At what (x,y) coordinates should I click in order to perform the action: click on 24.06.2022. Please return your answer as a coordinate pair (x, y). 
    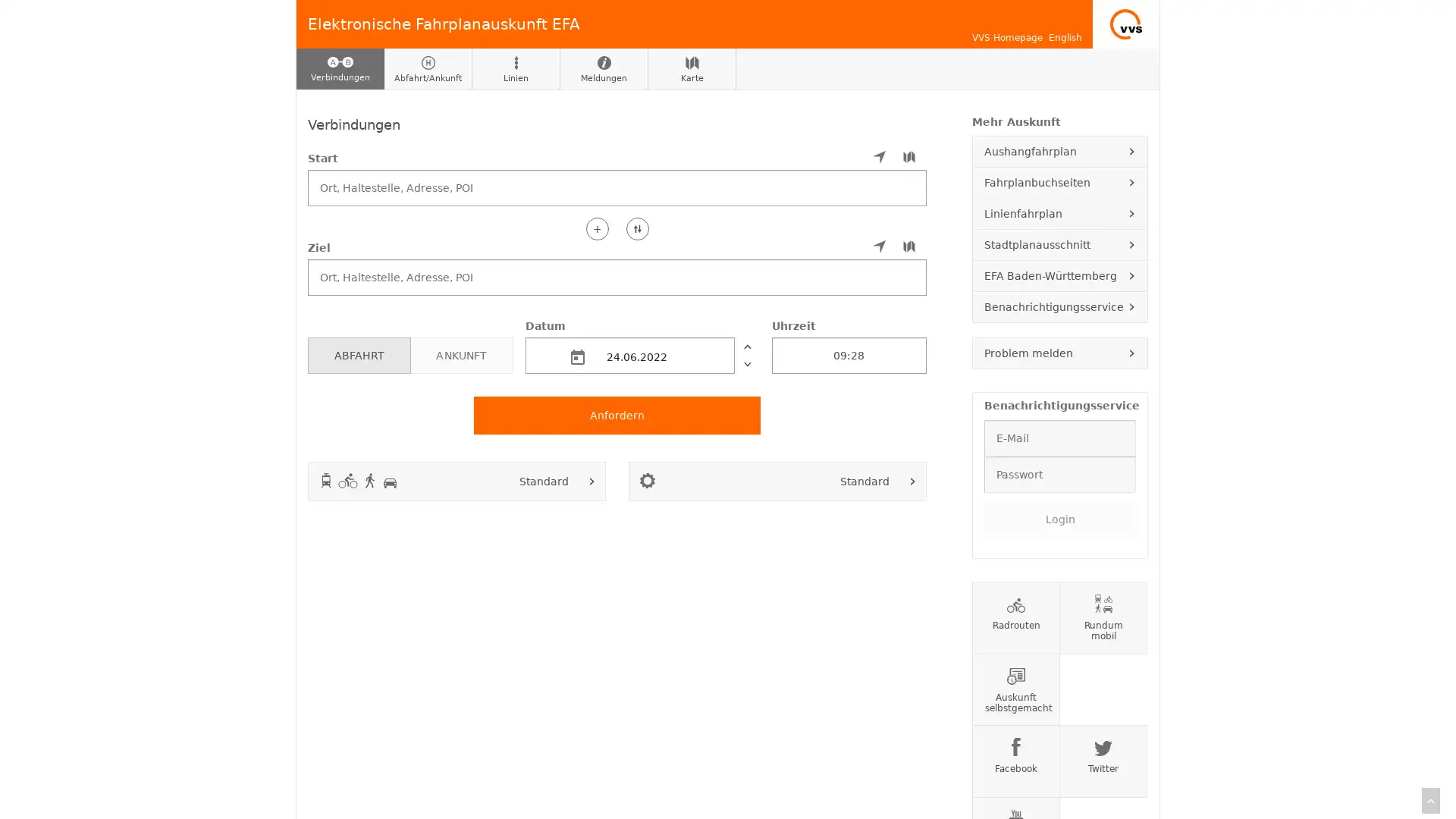
    Looking at the image, I should click on (629, 354).